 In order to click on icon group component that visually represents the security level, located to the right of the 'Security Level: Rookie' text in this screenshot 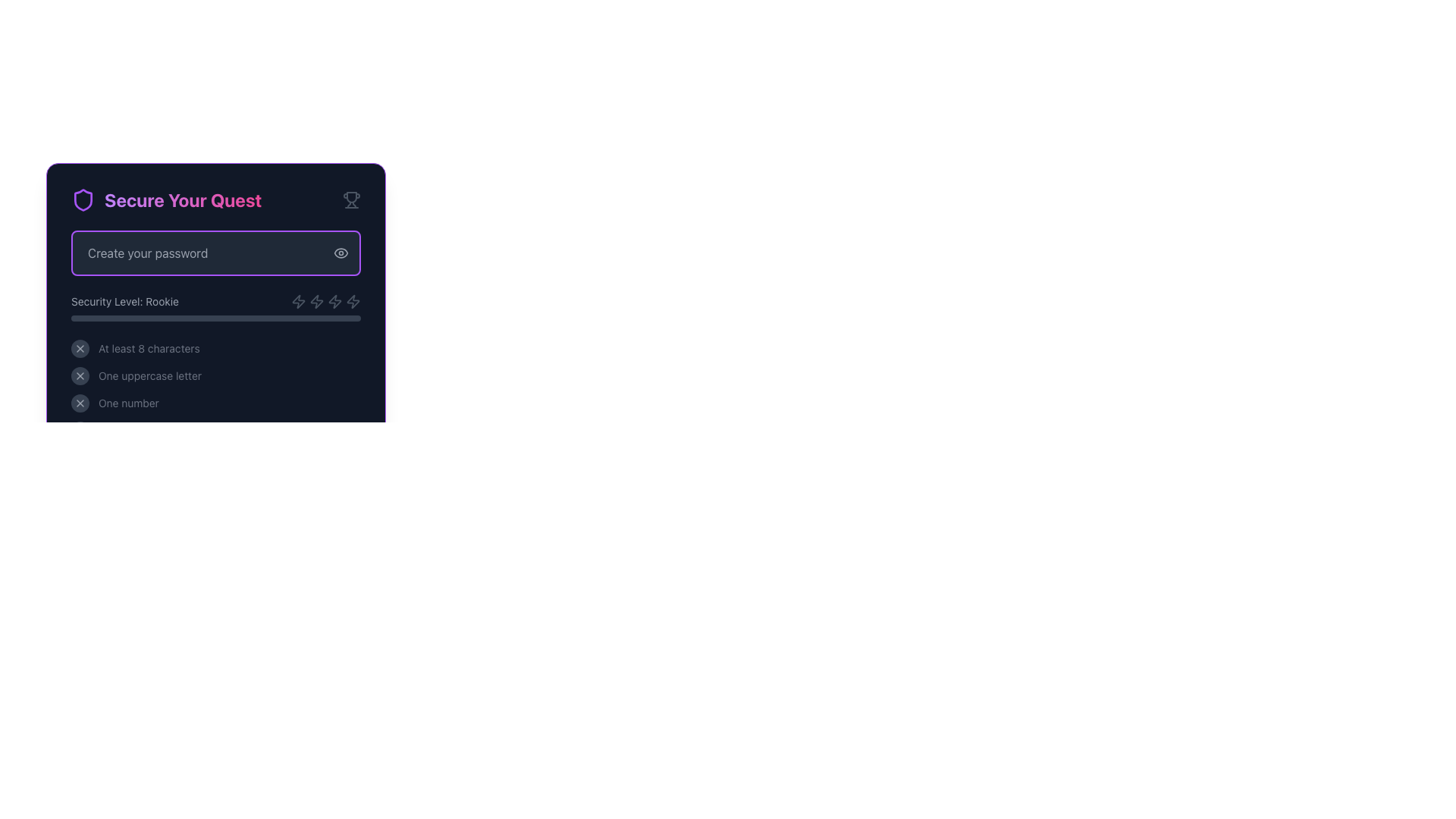, I will do `click(325, 301)`.